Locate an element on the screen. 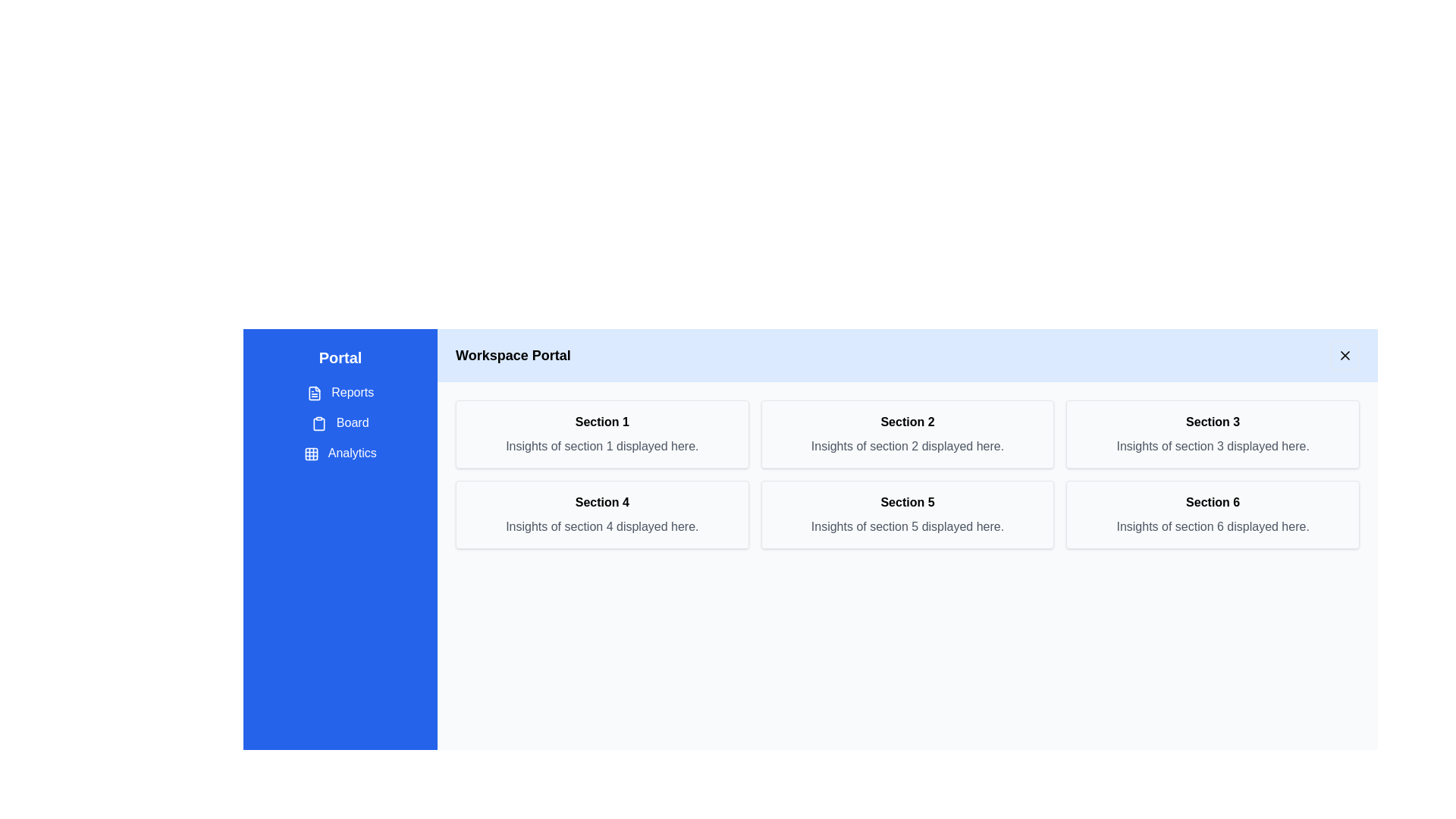  the clipboard icon in the left sidebar associated with the 'Board' text is located at coordinates (318, 423).